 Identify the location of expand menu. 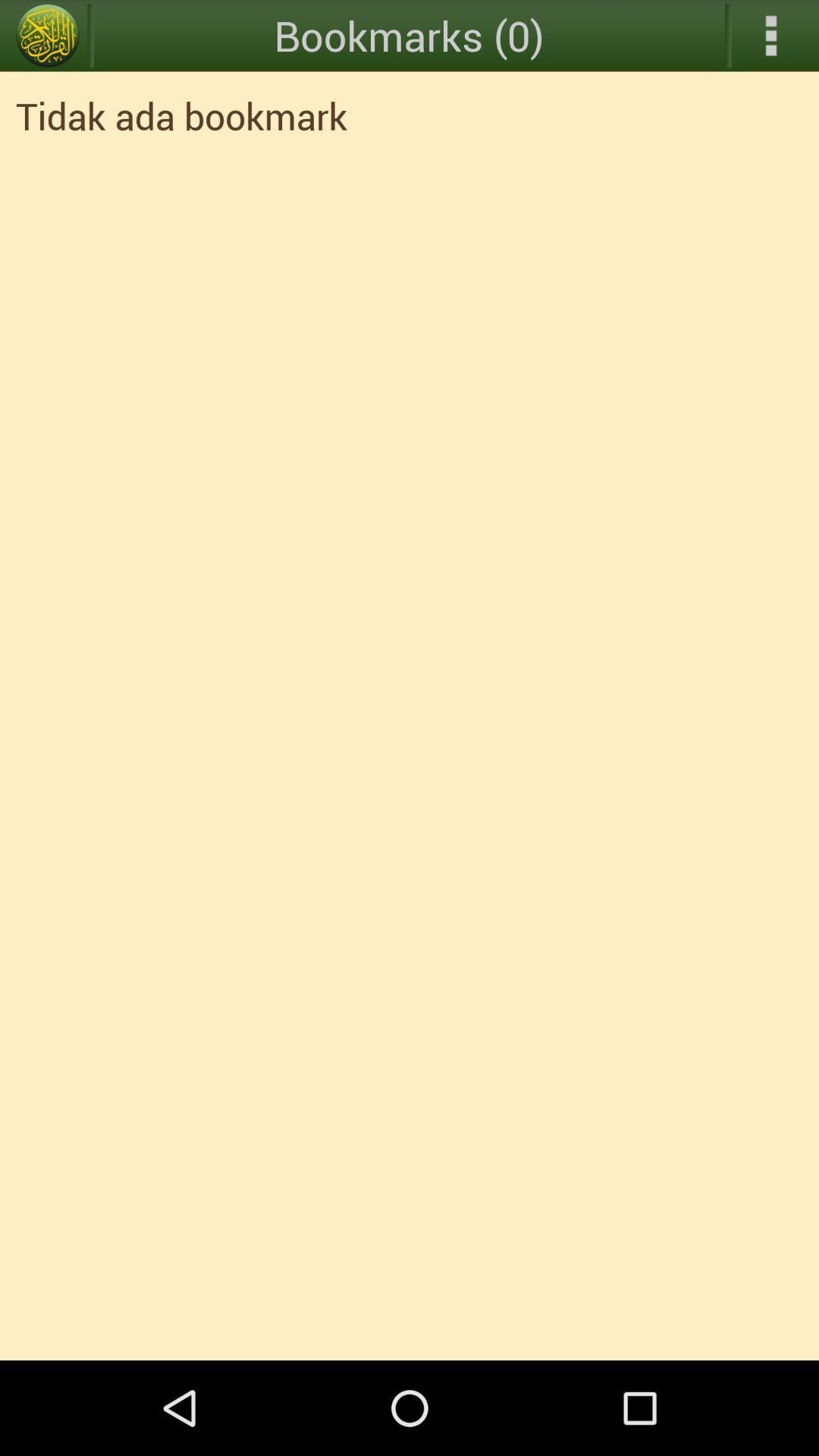
(771, 36).